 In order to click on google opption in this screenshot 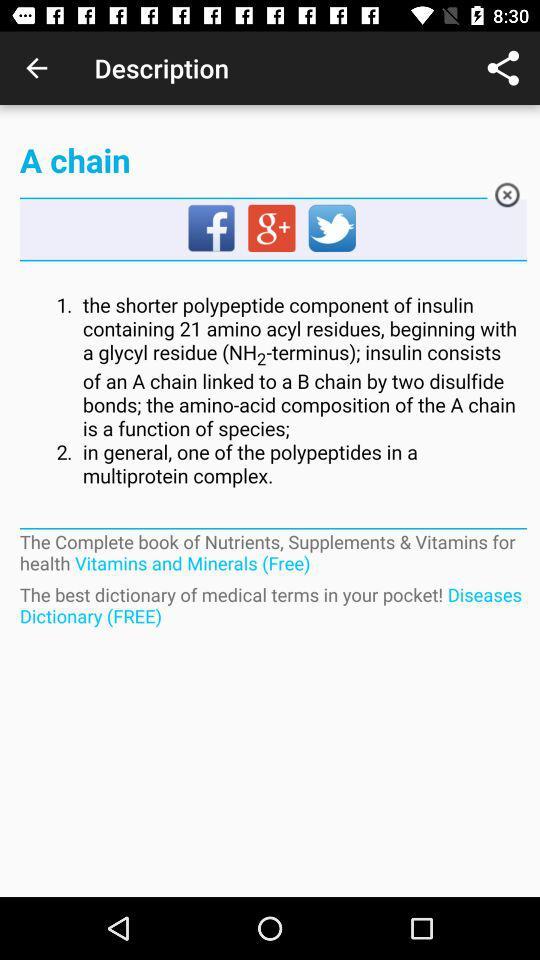, I will do `click(272, 229)`.